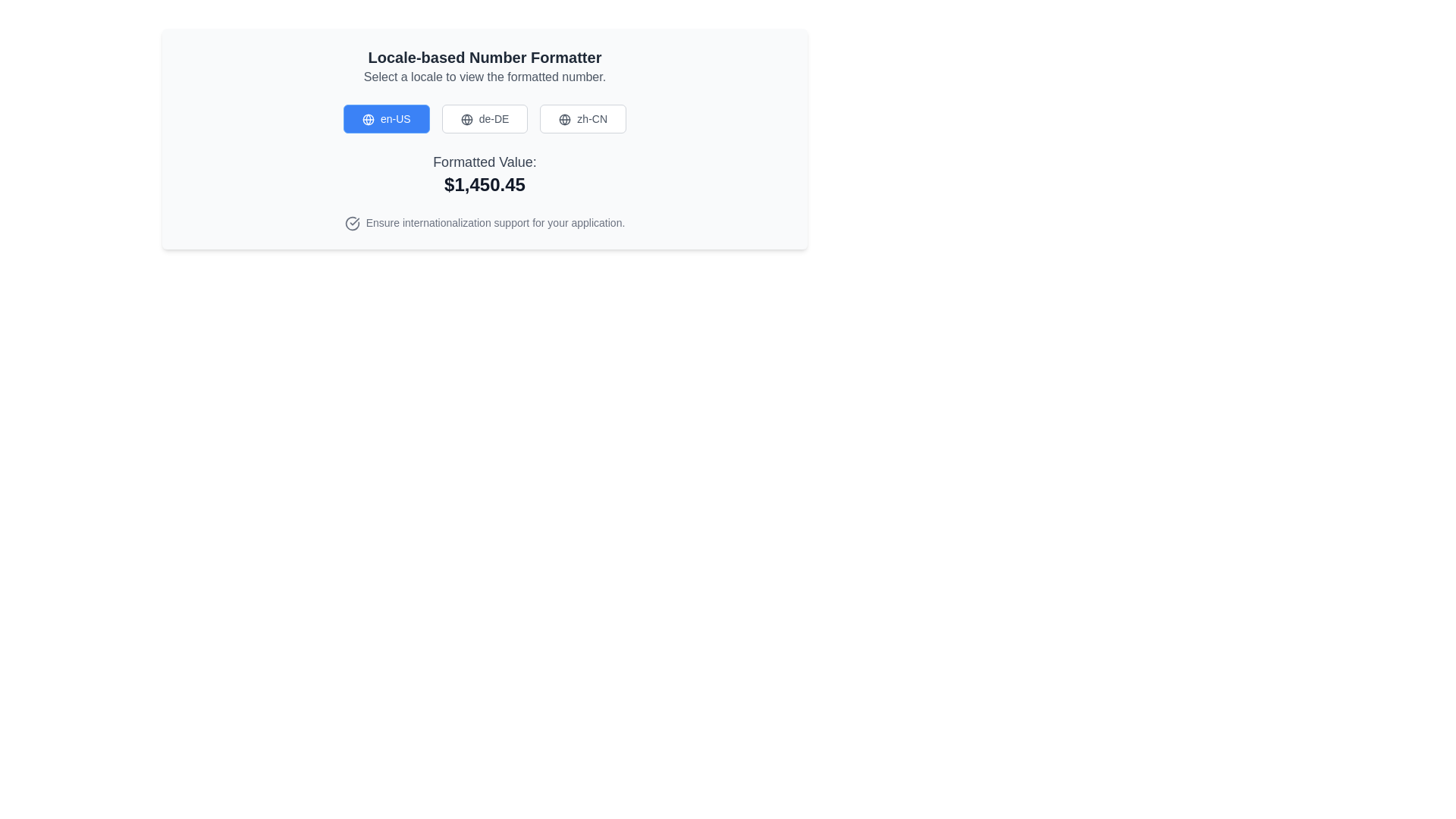  What do you see at coordinates (484, 66) in the screenshot?
I see `the text block header with subtext that reads 'Locale-based Number Formatter' and its accompanying description 'Select a locale to view the formatted number.'` at bounding box center [484, 66].